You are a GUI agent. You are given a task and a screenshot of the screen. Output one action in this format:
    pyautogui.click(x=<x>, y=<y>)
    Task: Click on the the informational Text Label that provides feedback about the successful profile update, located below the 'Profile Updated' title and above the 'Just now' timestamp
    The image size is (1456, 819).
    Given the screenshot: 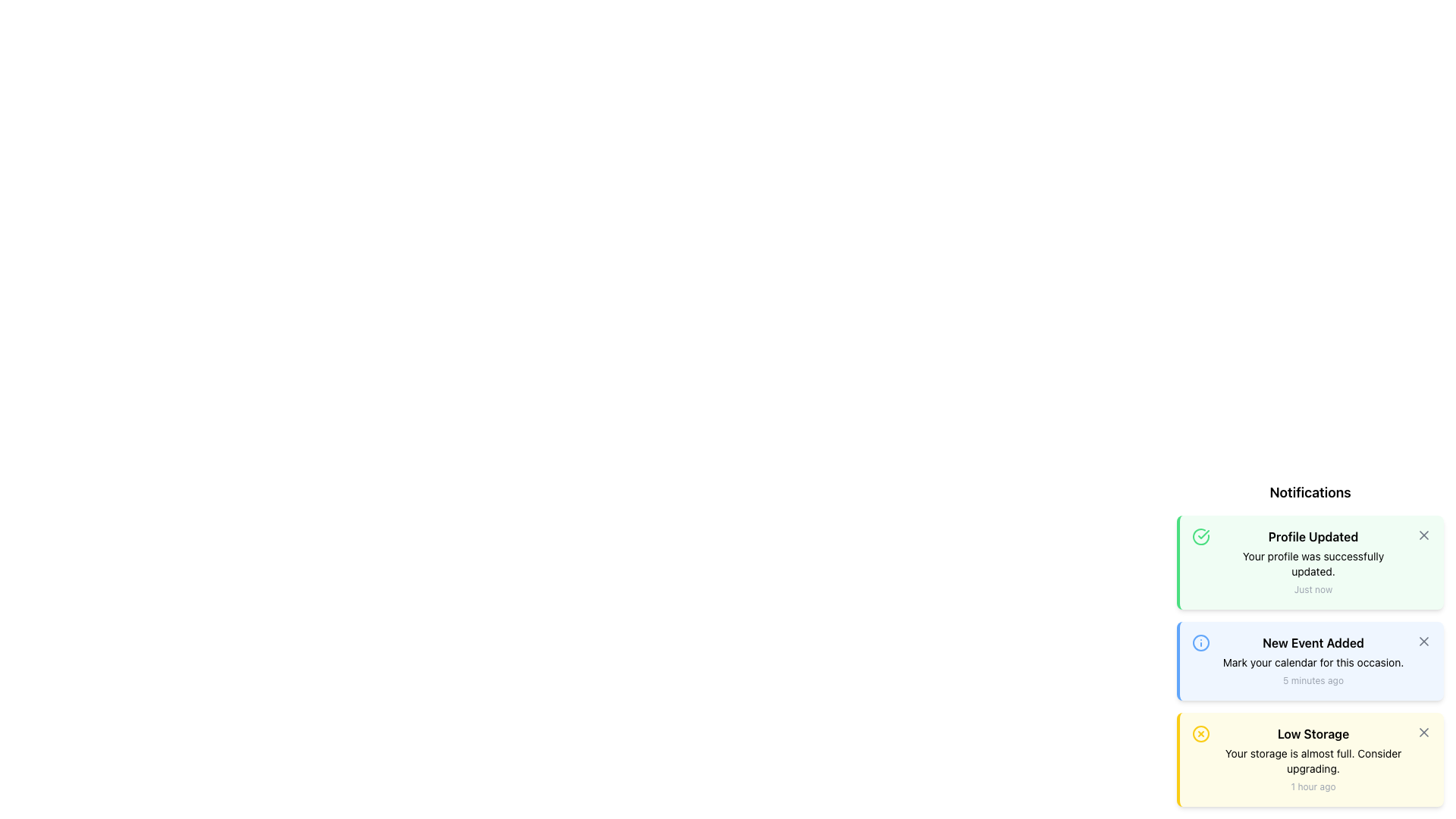 What is the action you would take?
    pyautogui.click(x=1313, y=564)
    